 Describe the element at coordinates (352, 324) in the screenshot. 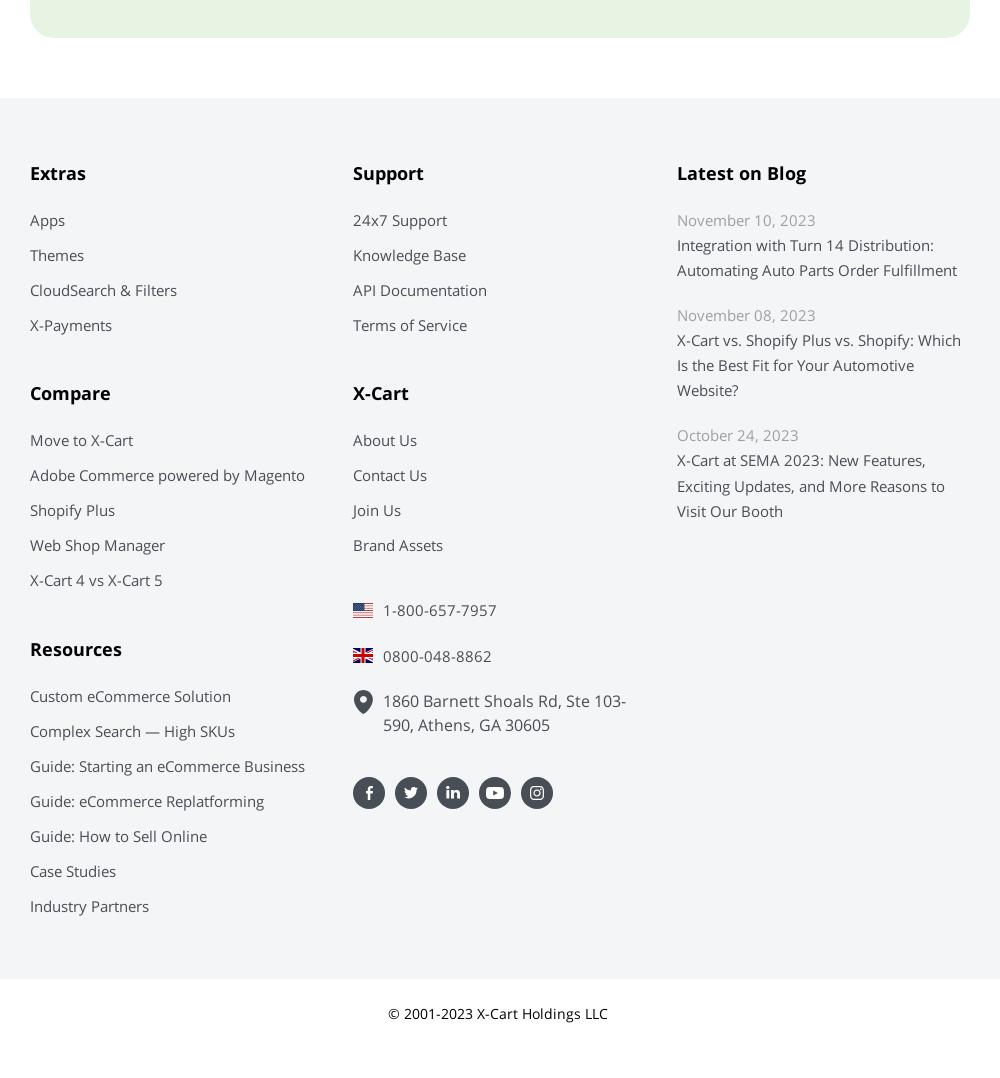

I see `'Terms of Service'` at that location.